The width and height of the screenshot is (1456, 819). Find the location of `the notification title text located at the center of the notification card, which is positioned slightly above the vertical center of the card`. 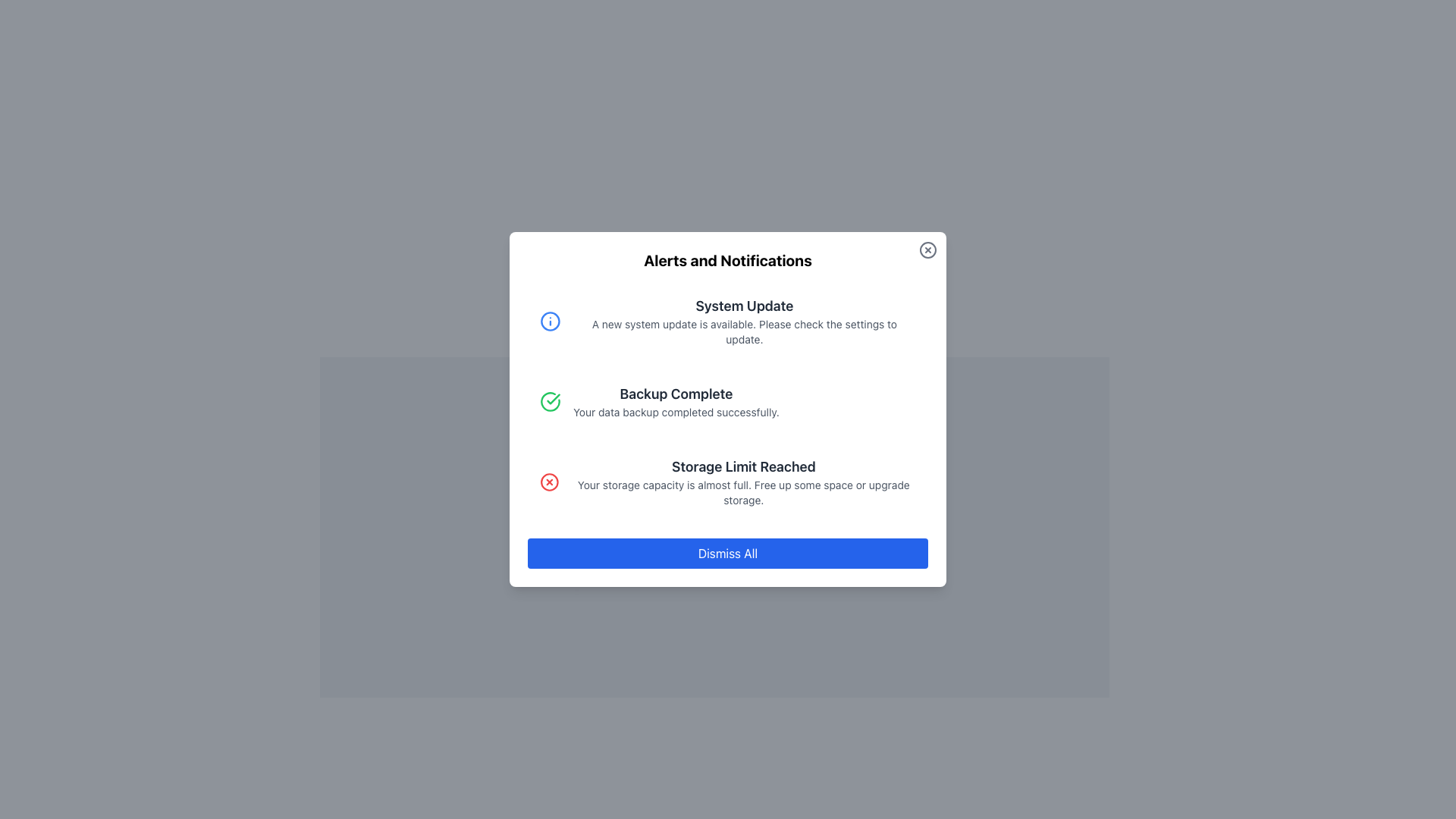

the notification title text located at the center of the notification card, which is positioned slightly above the vertical center of the card is located at coordinates (675, 394).